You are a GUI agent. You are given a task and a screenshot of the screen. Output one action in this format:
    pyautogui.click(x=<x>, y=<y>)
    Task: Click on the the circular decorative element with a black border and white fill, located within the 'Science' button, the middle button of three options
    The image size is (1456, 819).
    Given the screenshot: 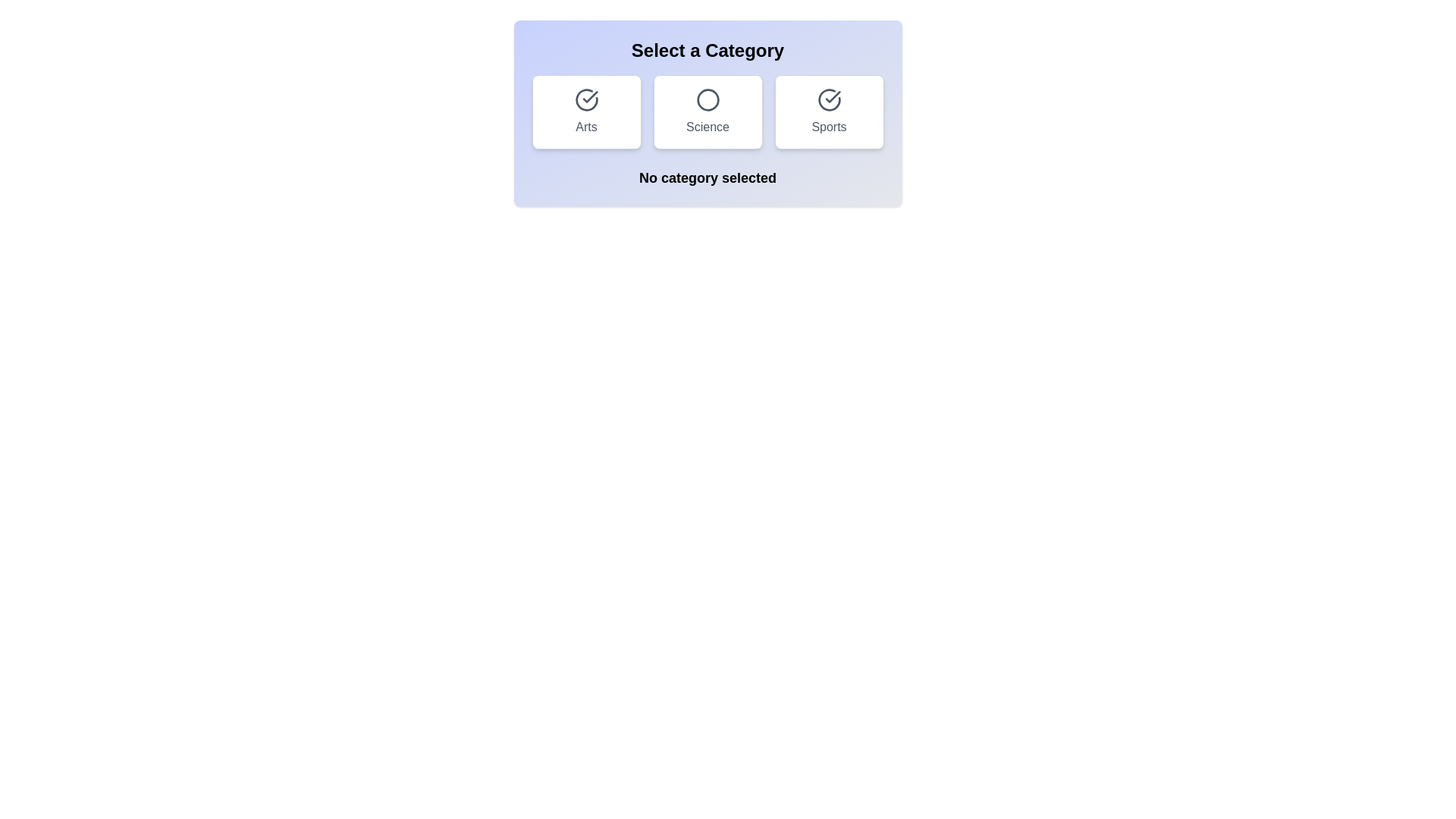 What is the action you would take?
    pyautogui.click(x=707, y=99)
    